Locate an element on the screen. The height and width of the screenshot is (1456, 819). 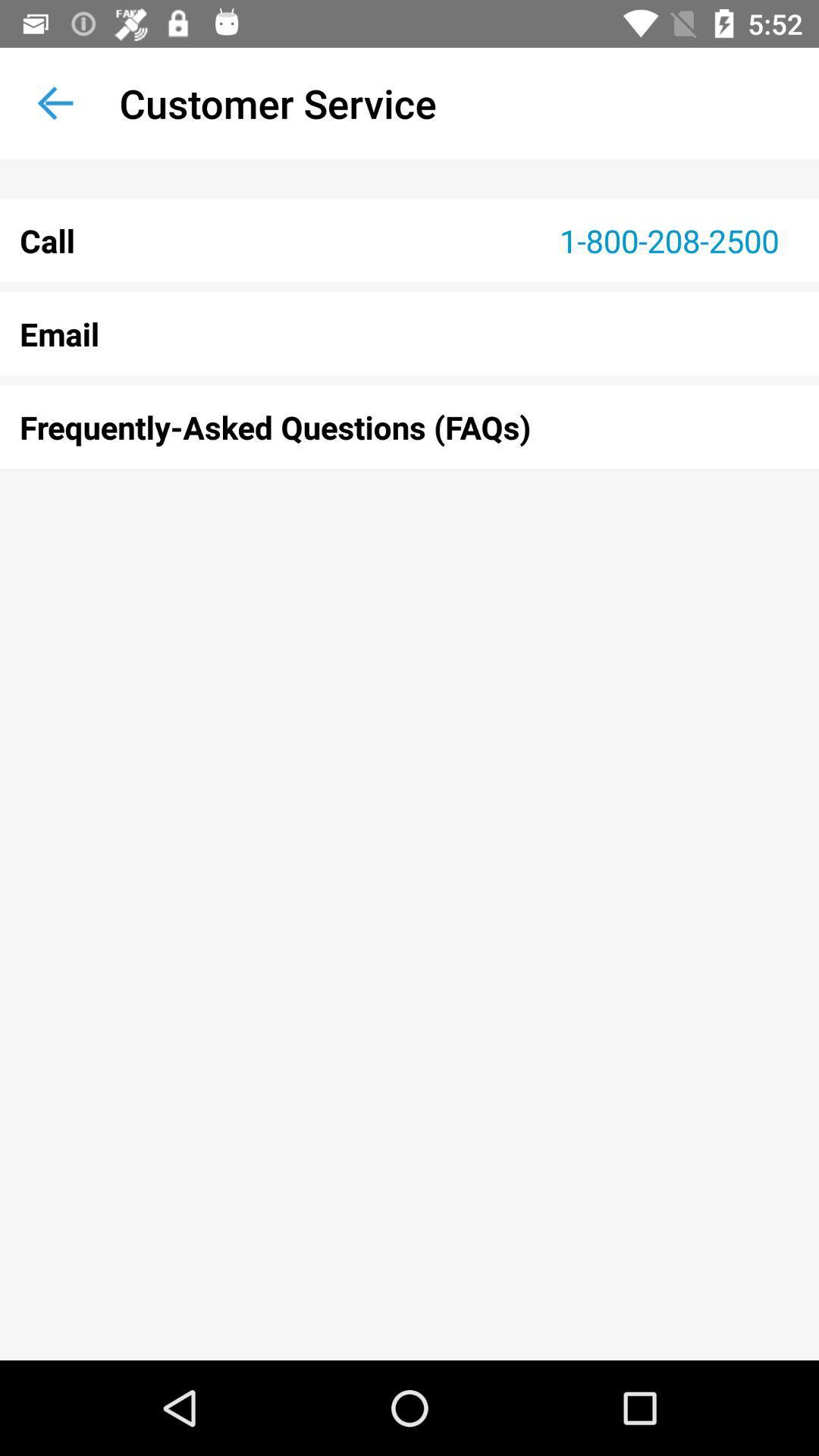
email is located at coordinates (409, 333).